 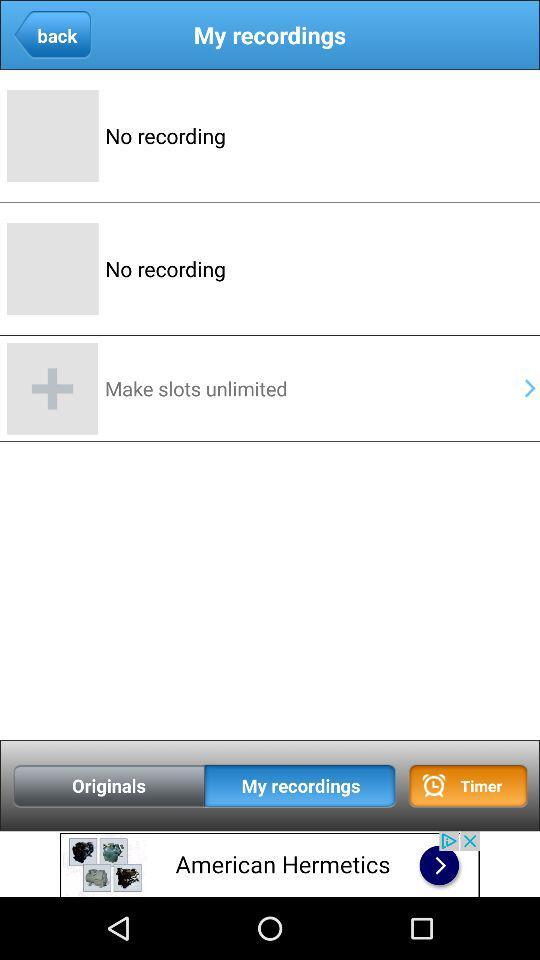 I want to click on american hermetics add, so click(x=270, y=863).